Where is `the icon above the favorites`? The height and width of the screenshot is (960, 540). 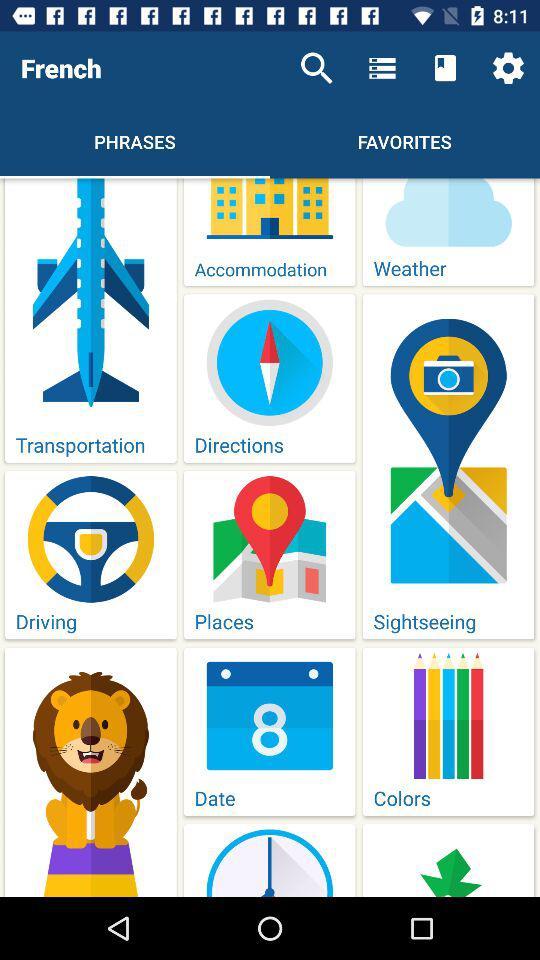 the icon above the favorites is located at coordinates (445, 68).